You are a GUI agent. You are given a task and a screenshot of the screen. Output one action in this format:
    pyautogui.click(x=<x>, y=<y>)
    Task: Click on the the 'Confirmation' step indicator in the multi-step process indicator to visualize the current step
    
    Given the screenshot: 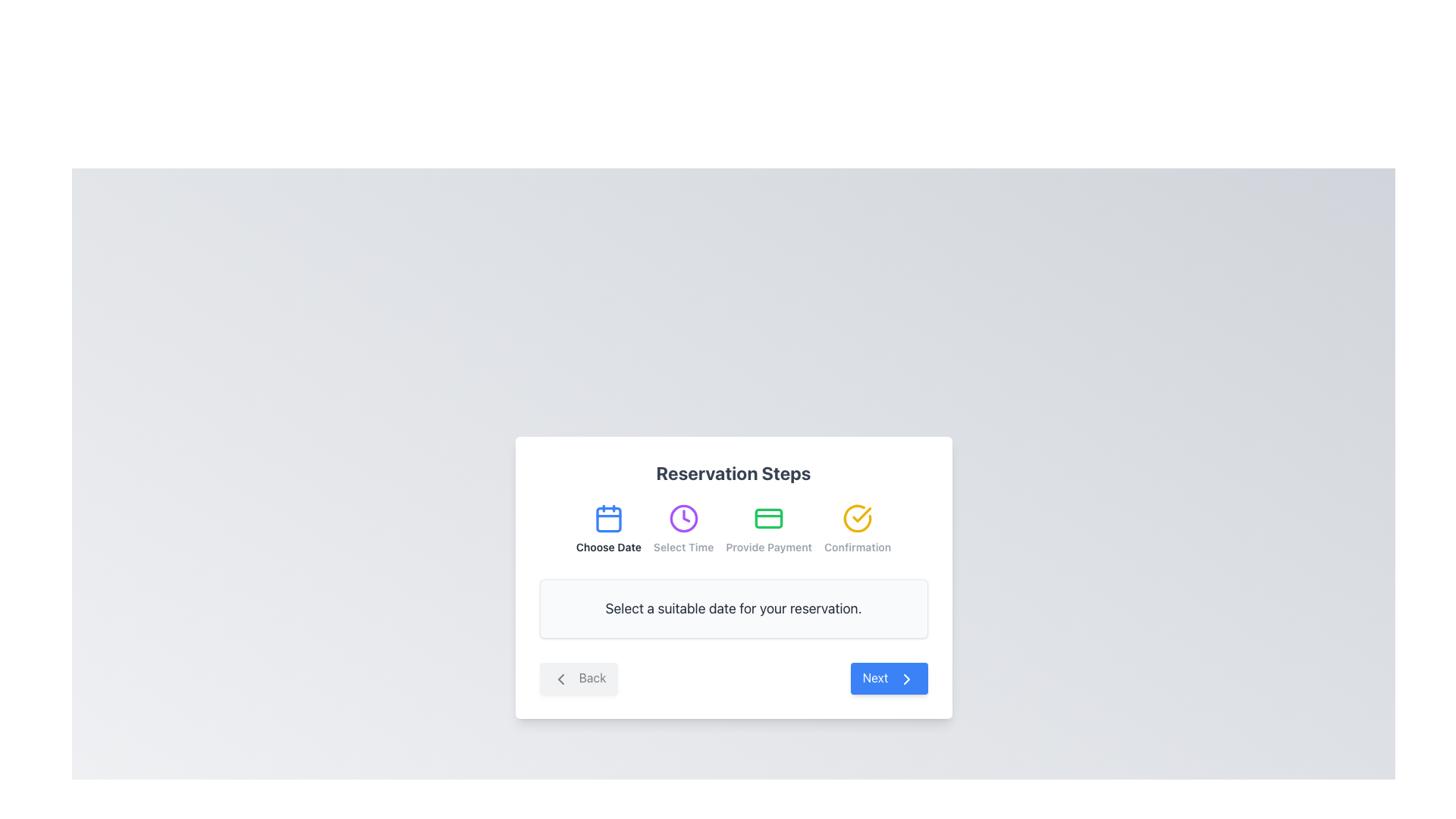 What is the action you would take?
    pyautogui.click(x=858, y=529)
    